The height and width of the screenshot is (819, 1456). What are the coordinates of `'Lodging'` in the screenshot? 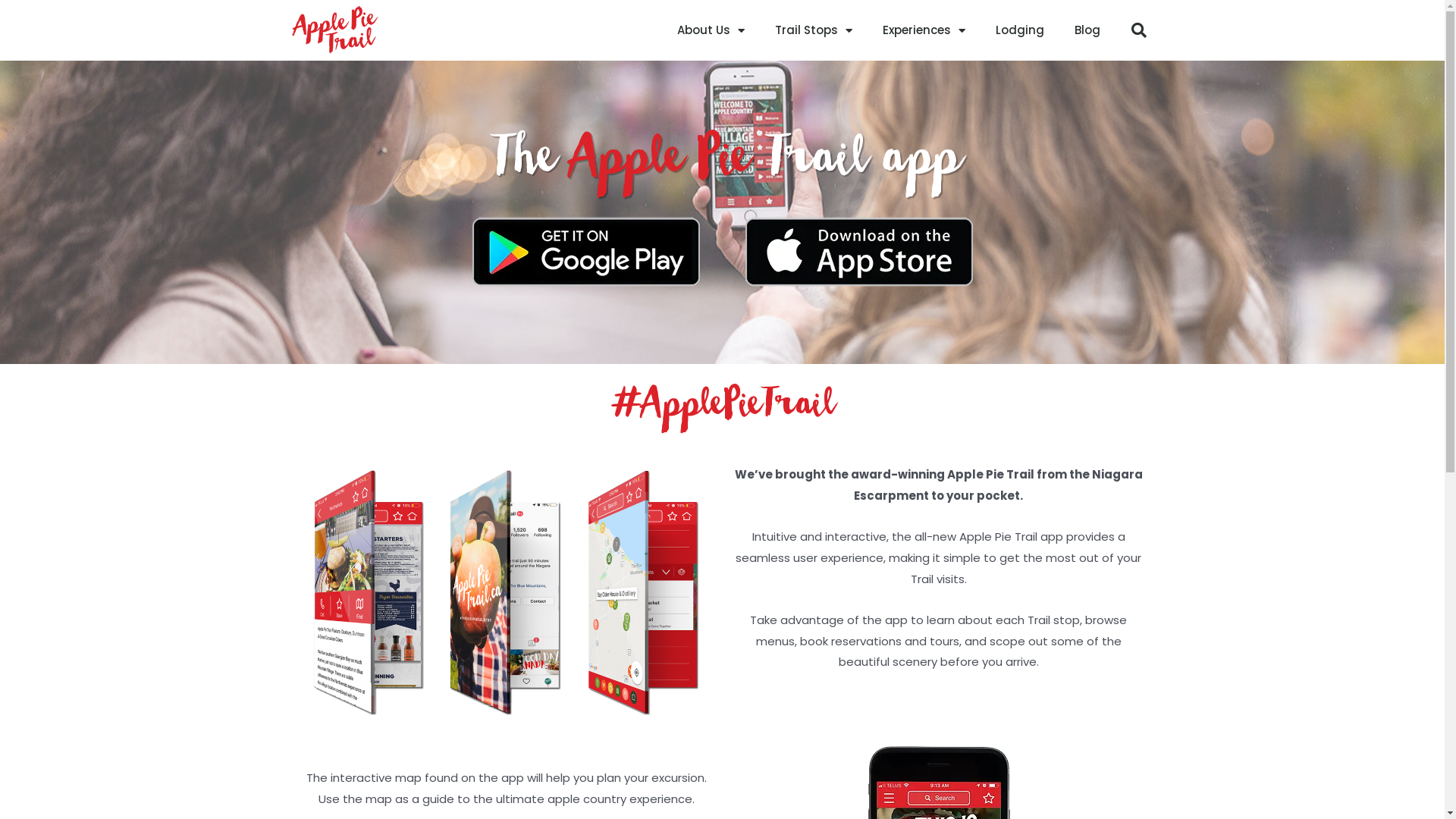 It's located at (1019, 30).